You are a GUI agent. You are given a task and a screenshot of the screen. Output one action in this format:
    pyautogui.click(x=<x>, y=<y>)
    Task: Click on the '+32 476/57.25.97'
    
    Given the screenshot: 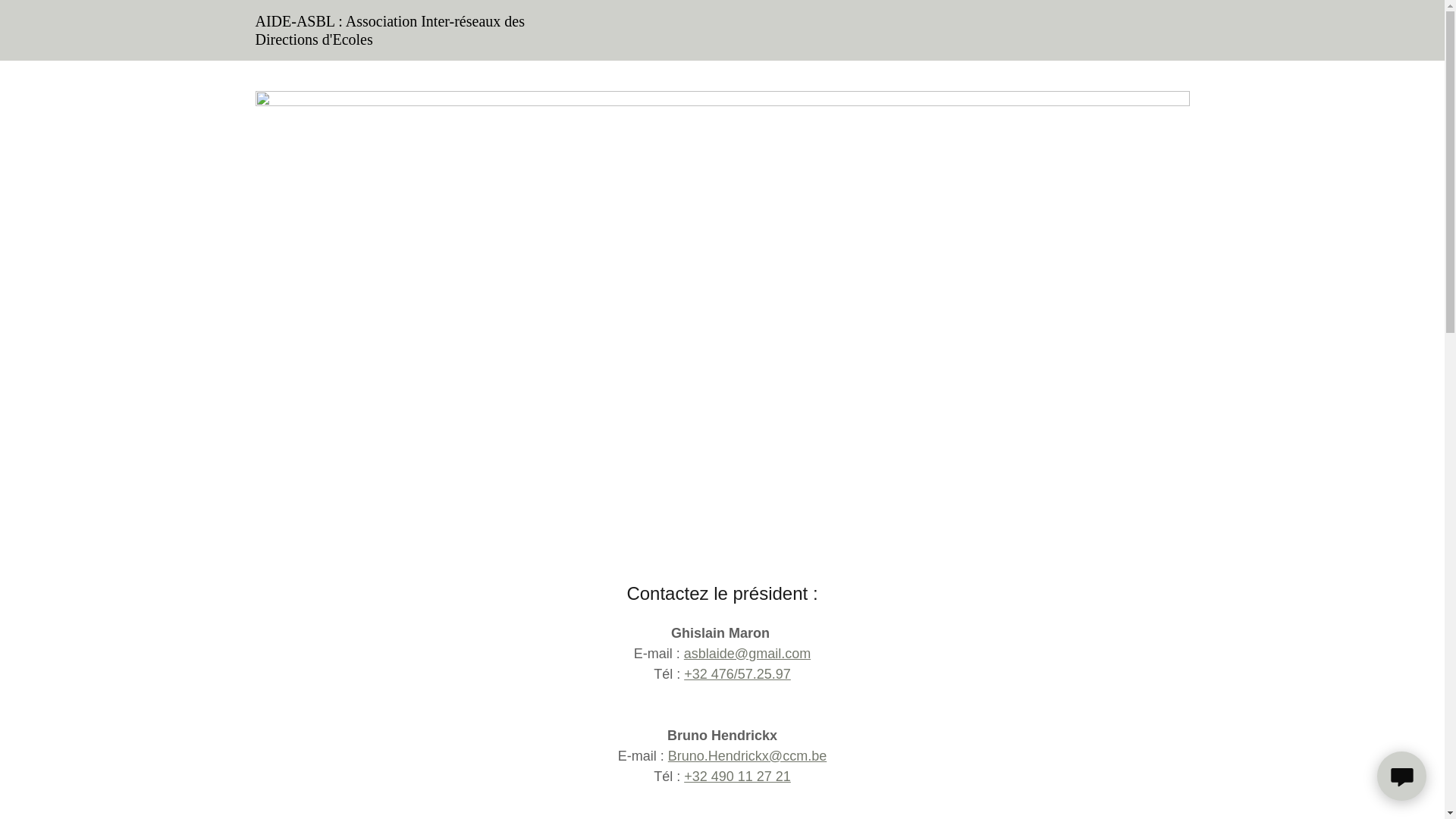 What is the action you would take?
    pyautogui.click(x=737, y=673)
    